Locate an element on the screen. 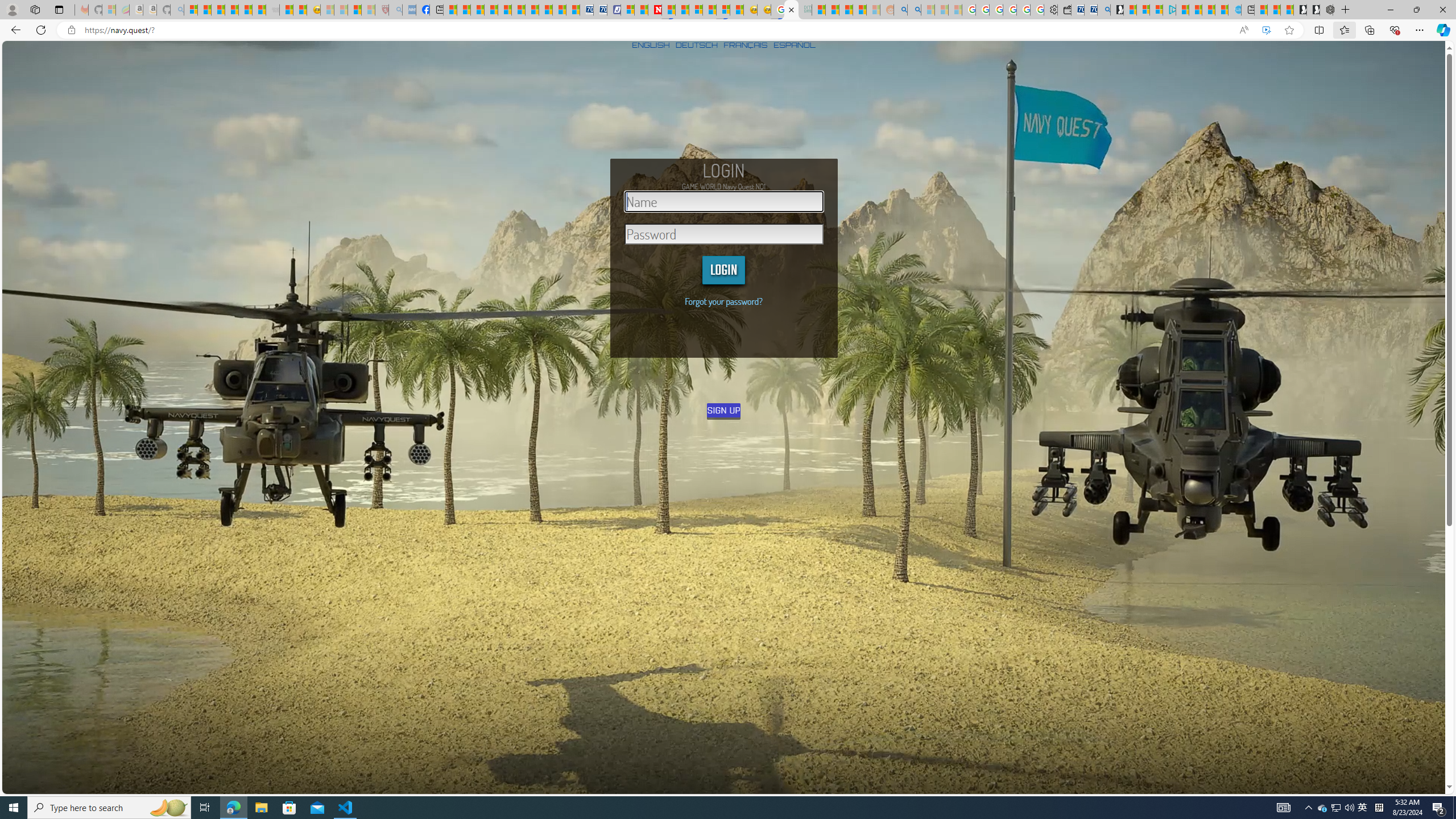 Image resolution: width=1456 pixels, height=819 pixels. 'Student Loan Update: Forgiveness Program Ends This Month' is located at coordinates (858, 9).